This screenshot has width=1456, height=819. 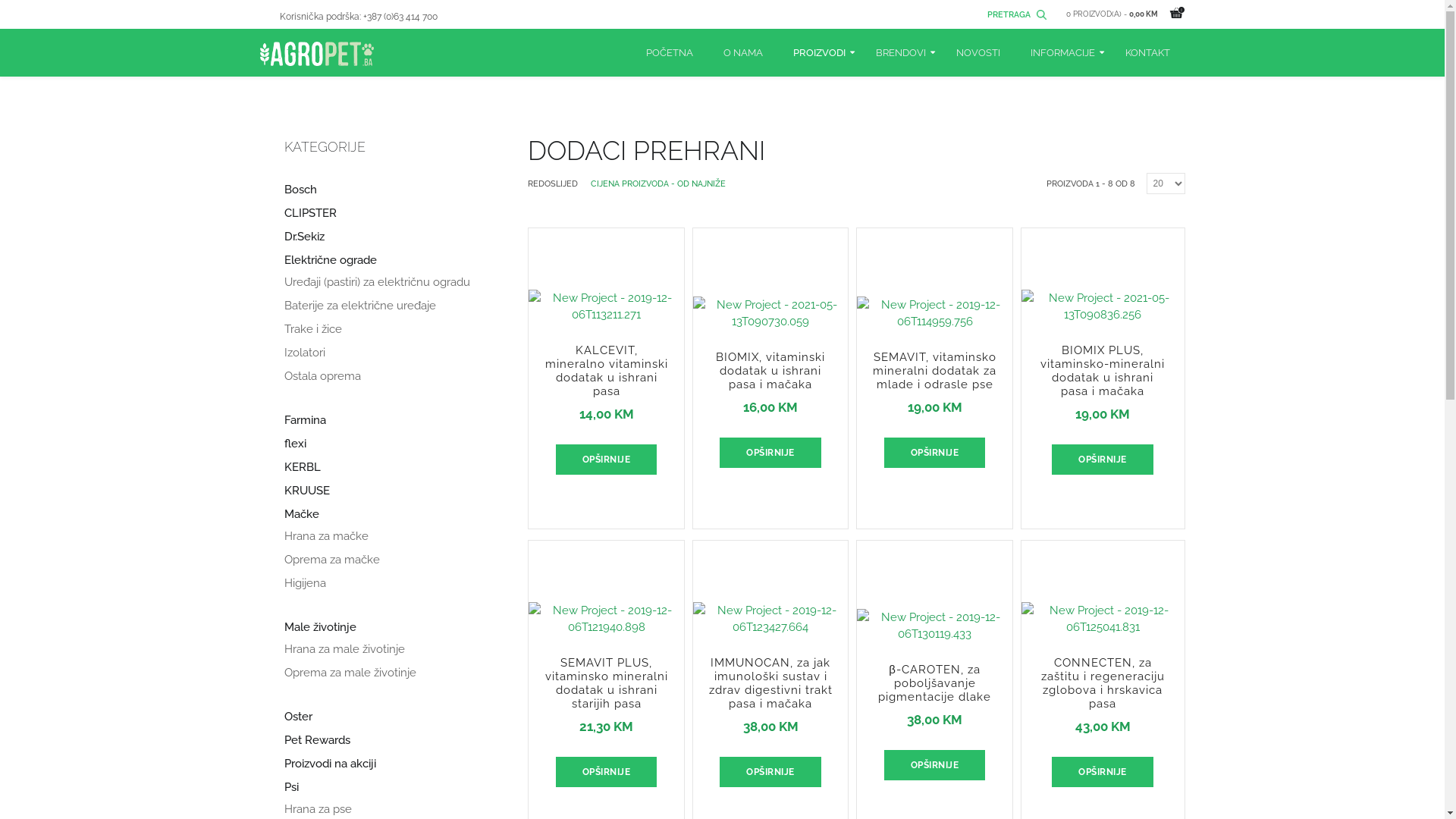 What do you see at coordinates (818, 52) in the screenshot?
I see `'PROIZVODI'` at bounding box center [818, 52].